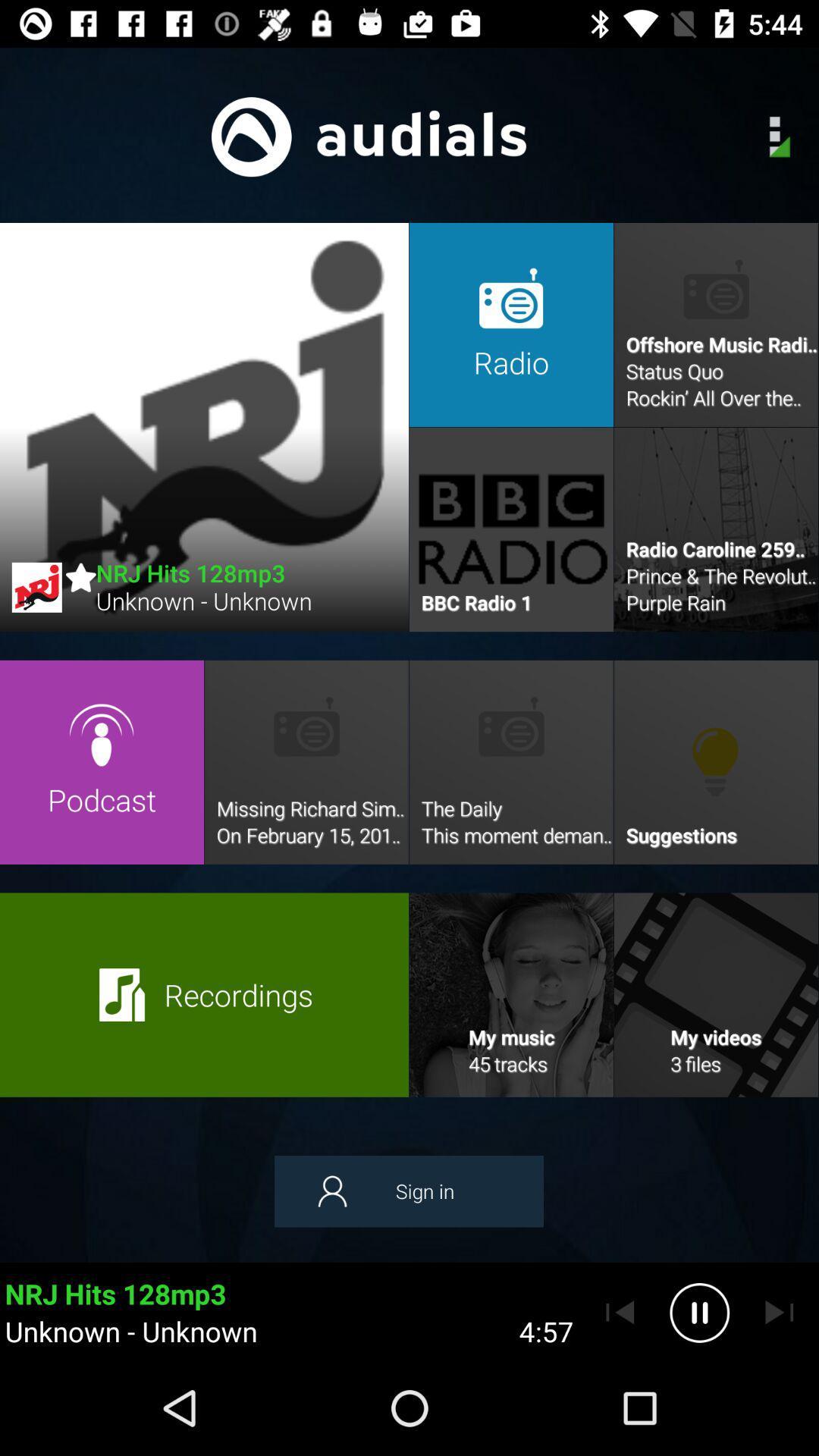  What do you see at coordinates (779, 1312) in the screenshot?
I see `the skip_next icon` at bounding box center [779, 1312].